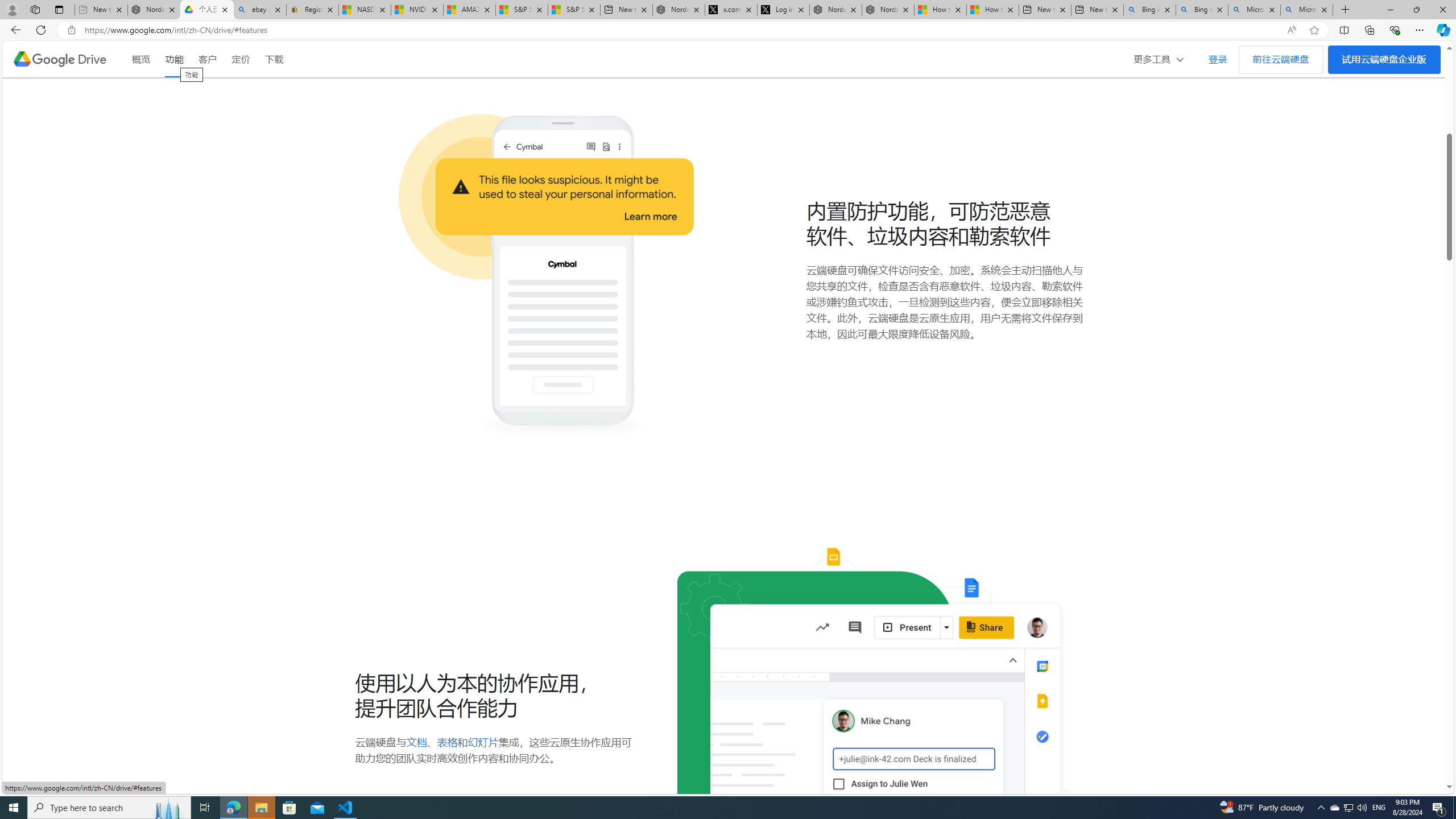  What do you see at coordinates (1201, 9) in the screenshot?
I see `'Bing AI - Search'` at bounding box center [1201, 9].